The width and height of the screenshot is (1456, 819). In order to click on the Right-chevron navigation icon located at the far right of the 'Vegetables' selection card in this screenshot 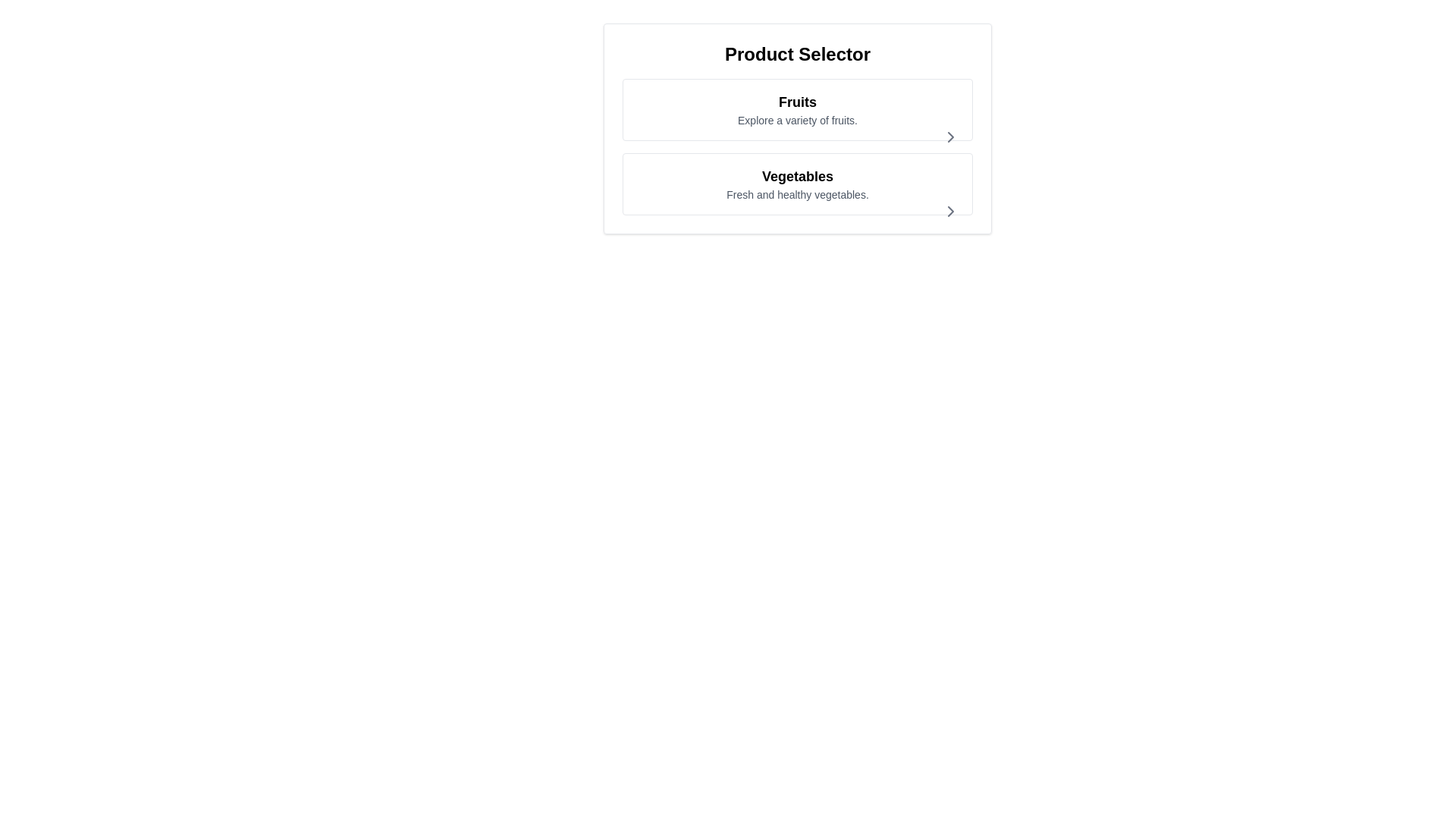, I will do `click(949, 211)`.